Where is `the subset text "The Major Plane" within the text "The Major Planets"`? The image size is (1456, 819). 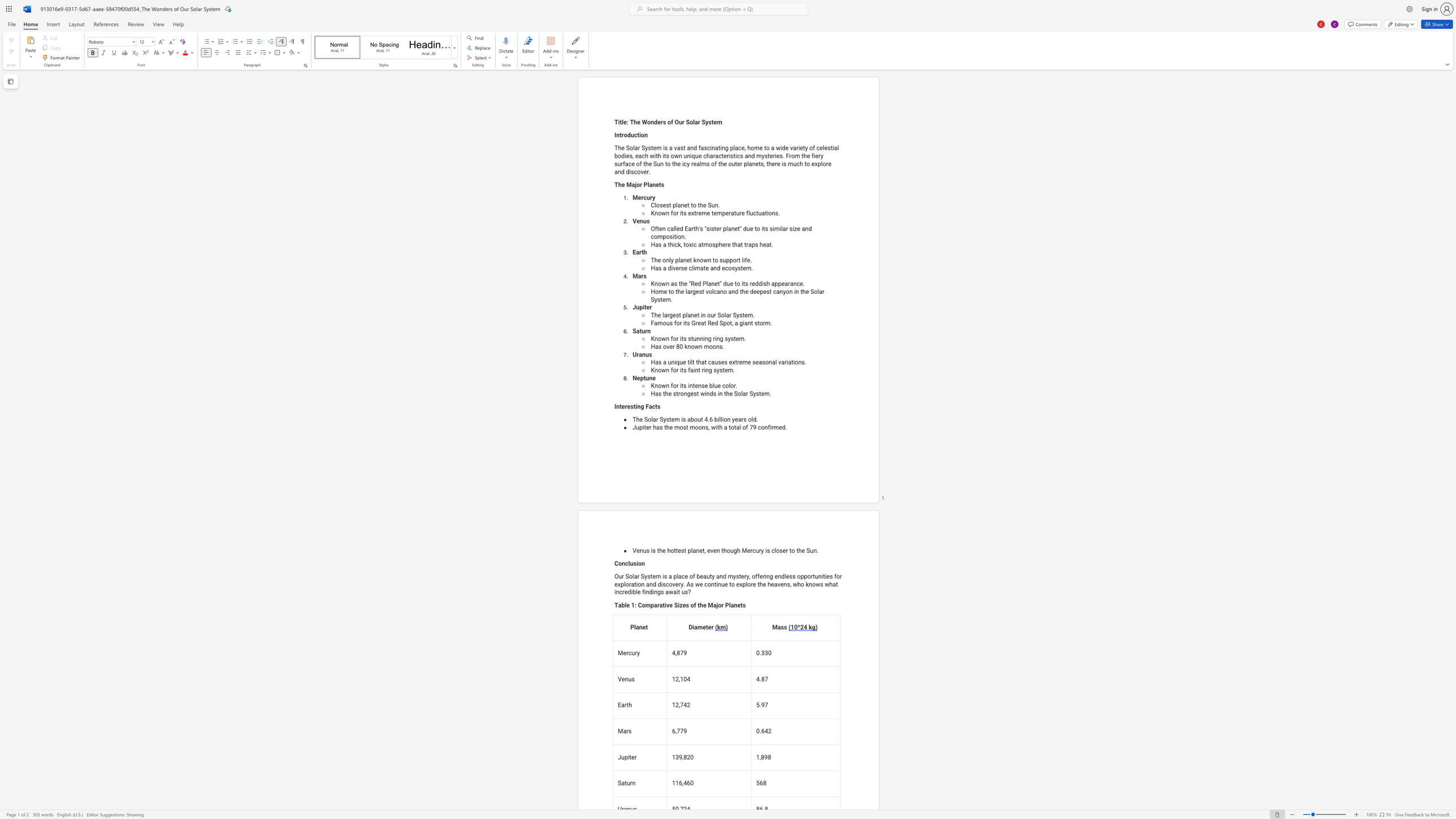 the subset text "The Major Plane" within the text "The Major Planets" is located at coordinates (614, 184).